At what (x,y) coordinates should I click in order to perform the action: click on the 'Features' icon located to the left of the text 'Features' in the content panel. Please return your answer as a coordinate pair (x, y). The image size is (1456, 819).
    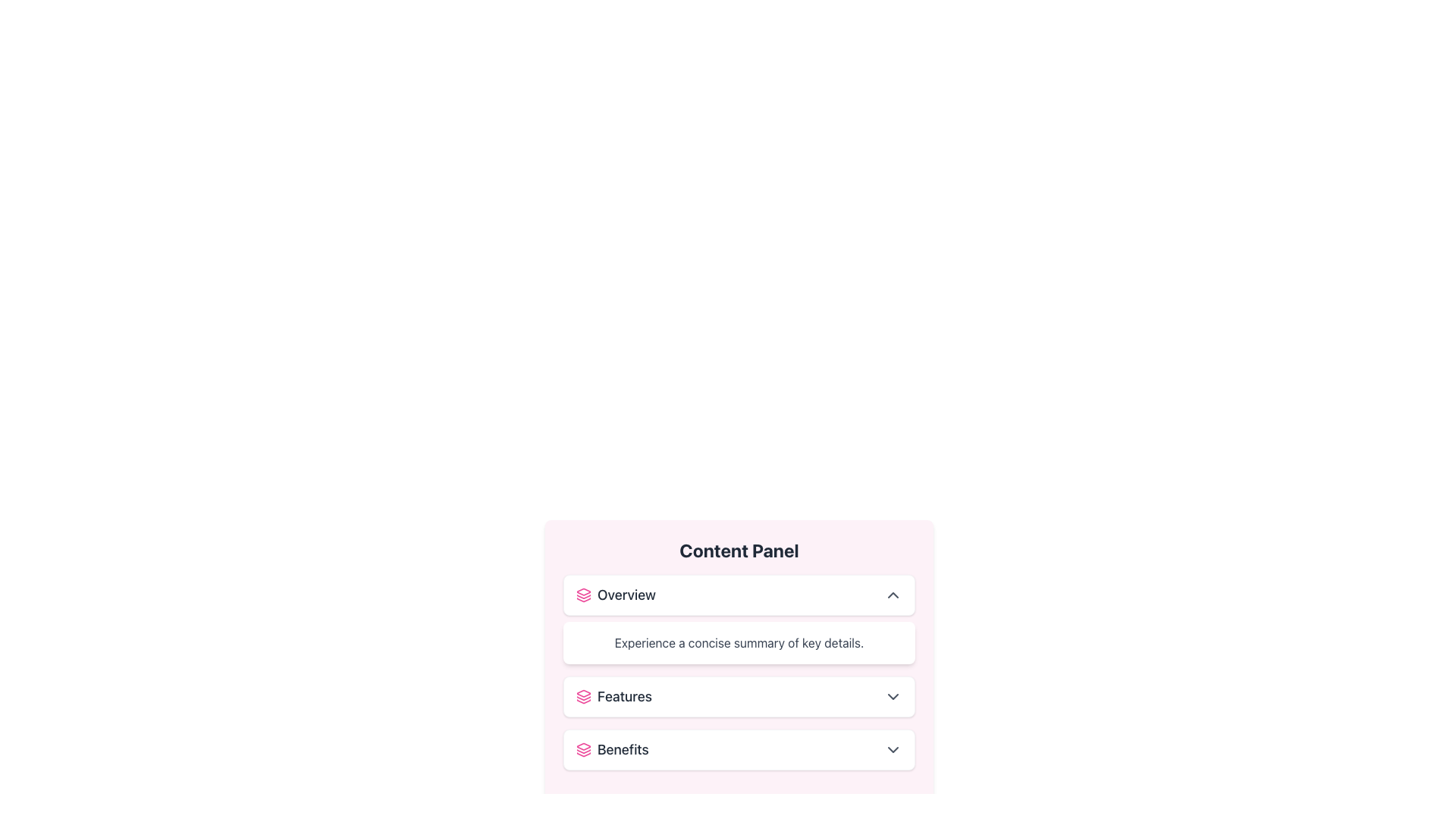
    Looking at the image, I should click on (582, 696).